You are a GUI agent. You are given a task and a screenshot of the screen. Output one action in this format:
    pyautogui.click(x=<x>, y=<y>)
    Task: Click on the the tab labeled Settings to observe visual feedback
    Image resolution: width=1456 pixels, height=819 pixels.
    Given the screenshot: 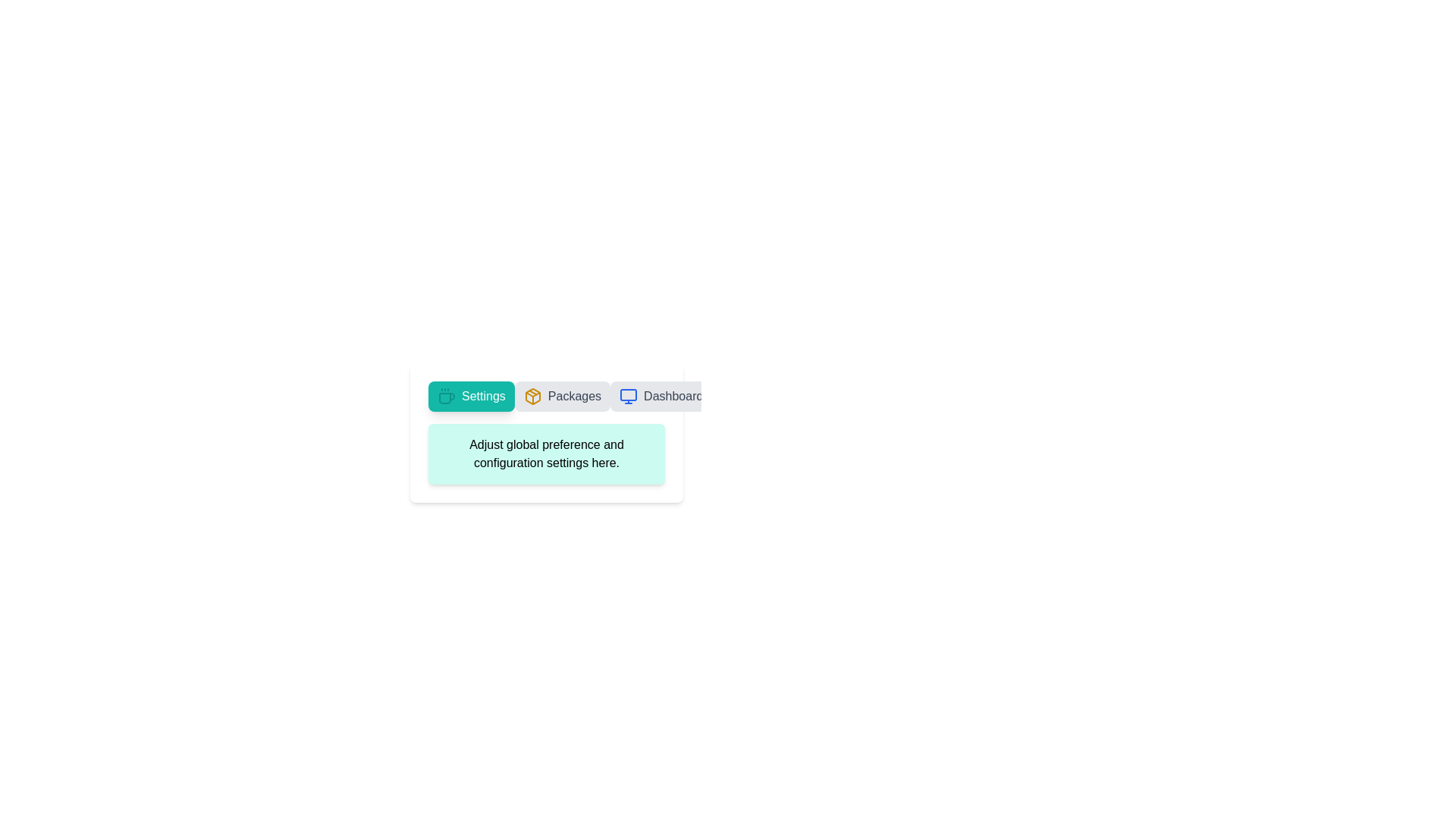 What is the action you would take?
    pyautogui.click(x=470, y=396)
    